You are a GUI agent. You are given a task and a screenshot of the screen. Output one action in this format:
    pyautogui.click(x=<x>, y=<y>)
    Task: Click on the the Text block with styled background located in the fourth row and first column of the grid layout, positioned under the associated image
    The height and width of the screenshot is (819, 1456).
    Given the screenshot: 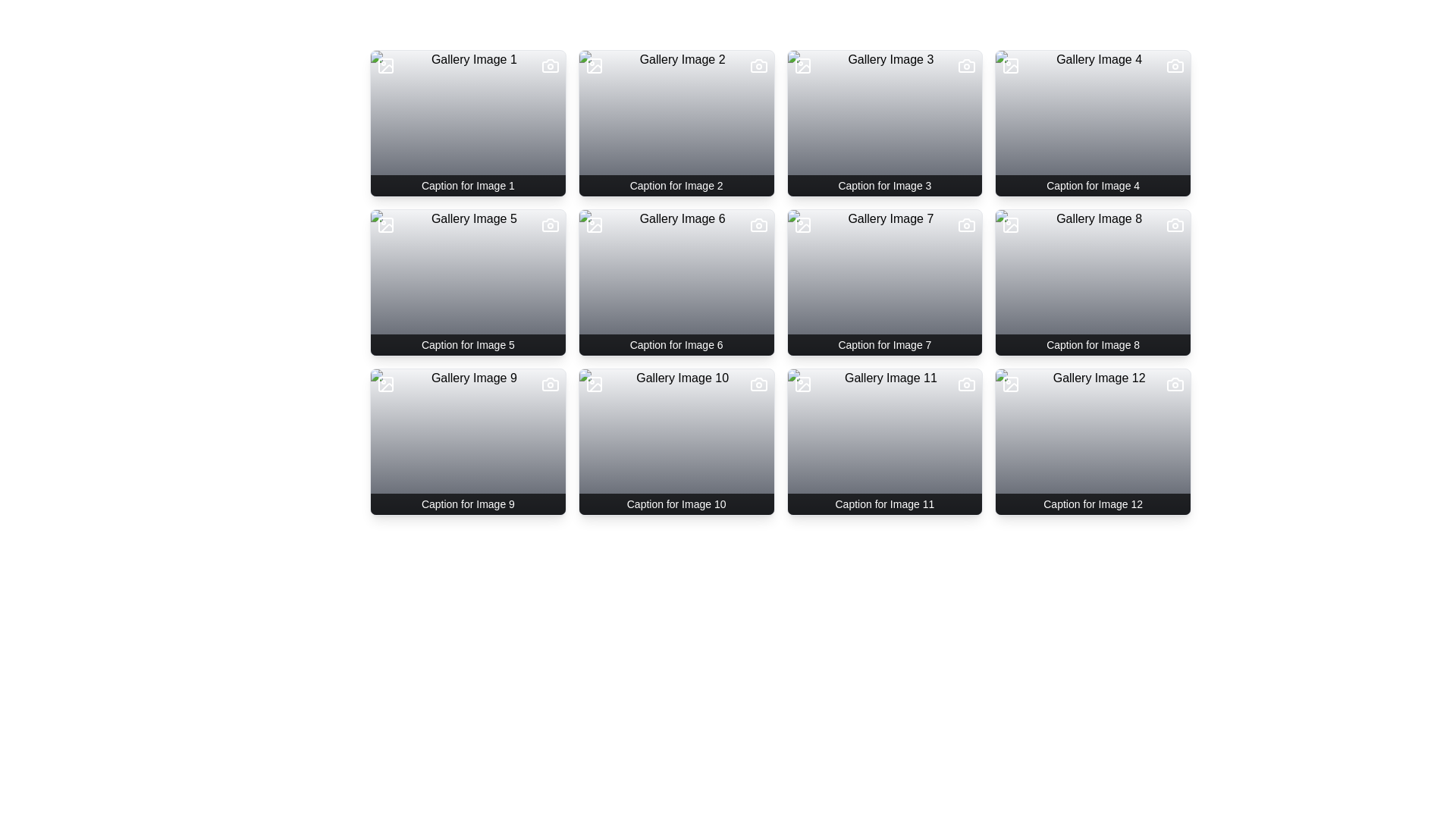 What is the action you would take?
    pyautogui.click(x=467, y=504)
    